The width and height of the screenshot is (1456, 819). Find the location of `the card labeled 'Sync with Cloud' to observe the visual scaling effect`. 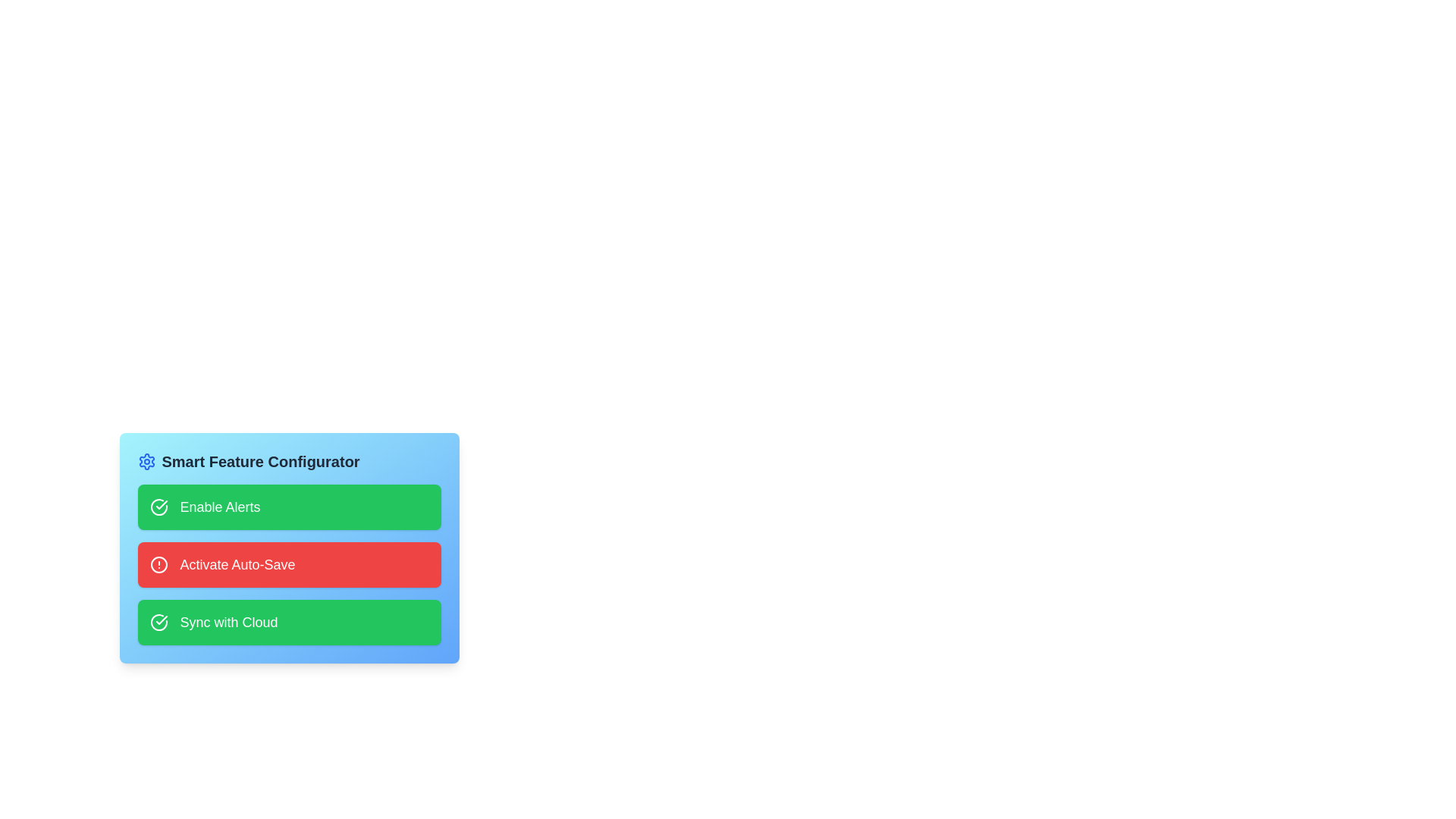

the card labeled 'Sync with Cloud' to observe the visual scaling effect is located at coordinates (289, 623).